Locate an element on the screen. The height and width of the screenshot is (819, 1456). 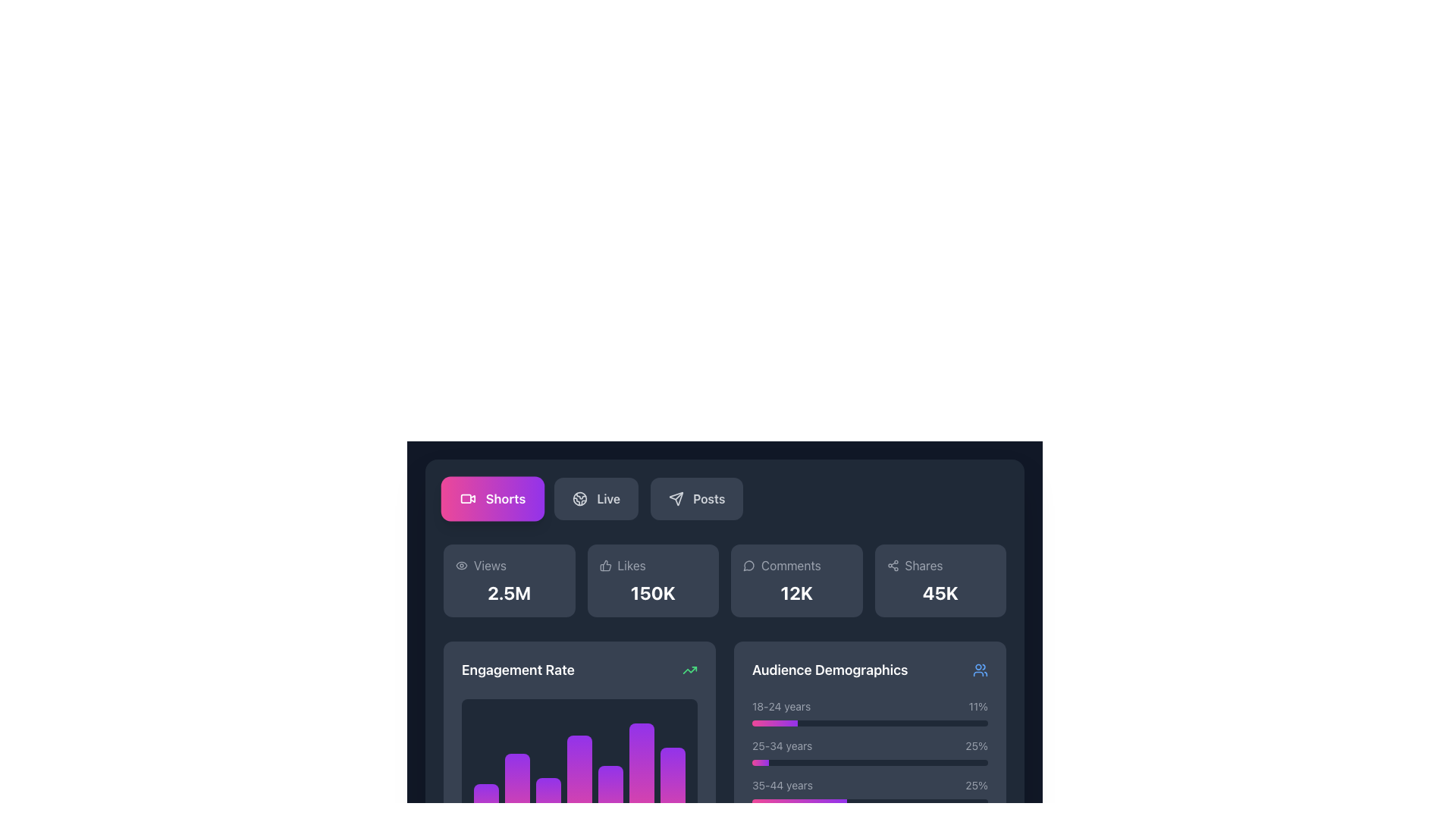
the text label displaying '25%' in gray font, located in the 'Audience Demographics' section, aligned to the right of the '35-44 years' row is located at coordinates (977, 785).